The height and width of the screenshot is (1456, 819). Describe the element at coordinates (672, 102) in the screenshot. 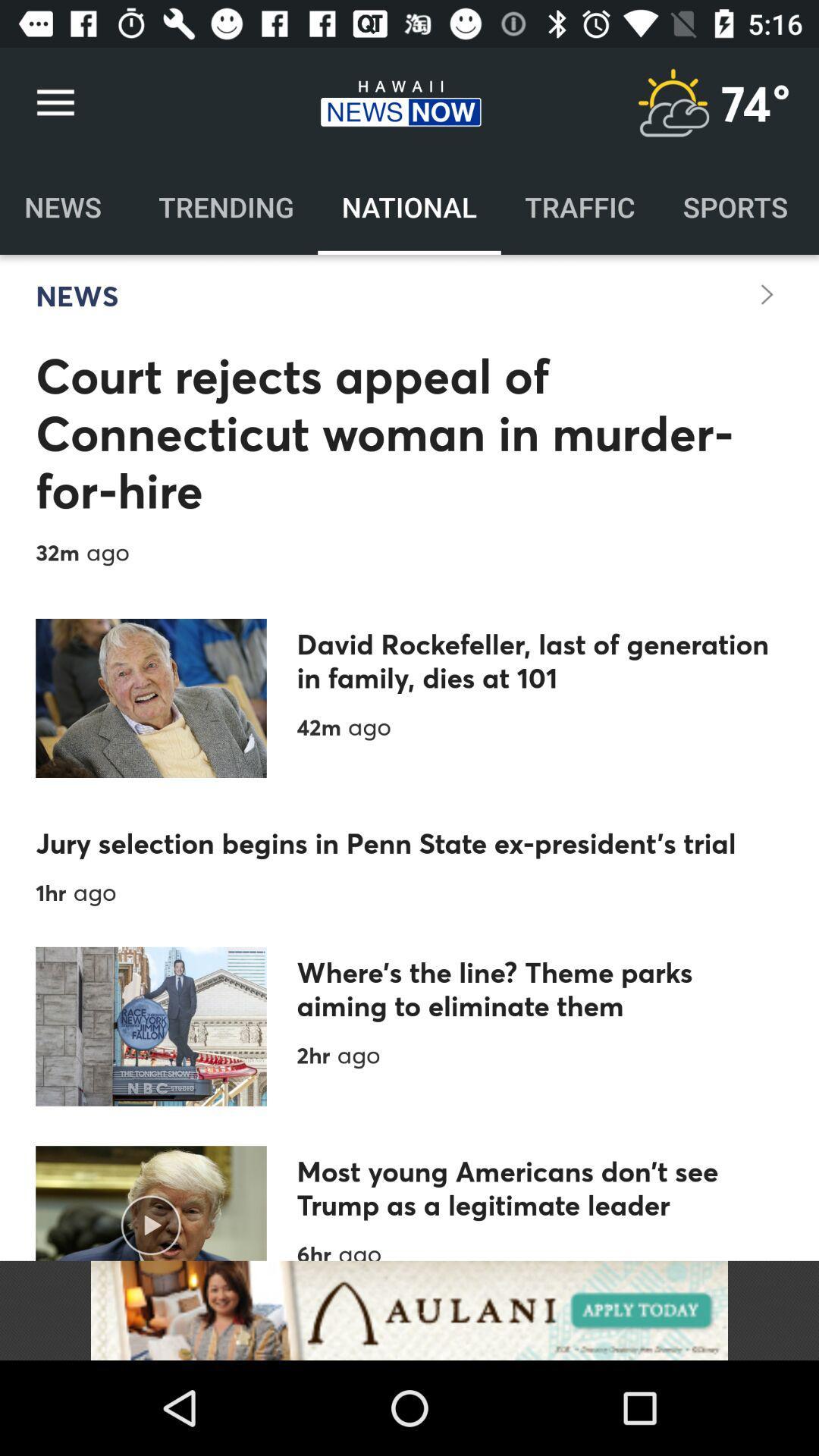

I see `menu` at that location.